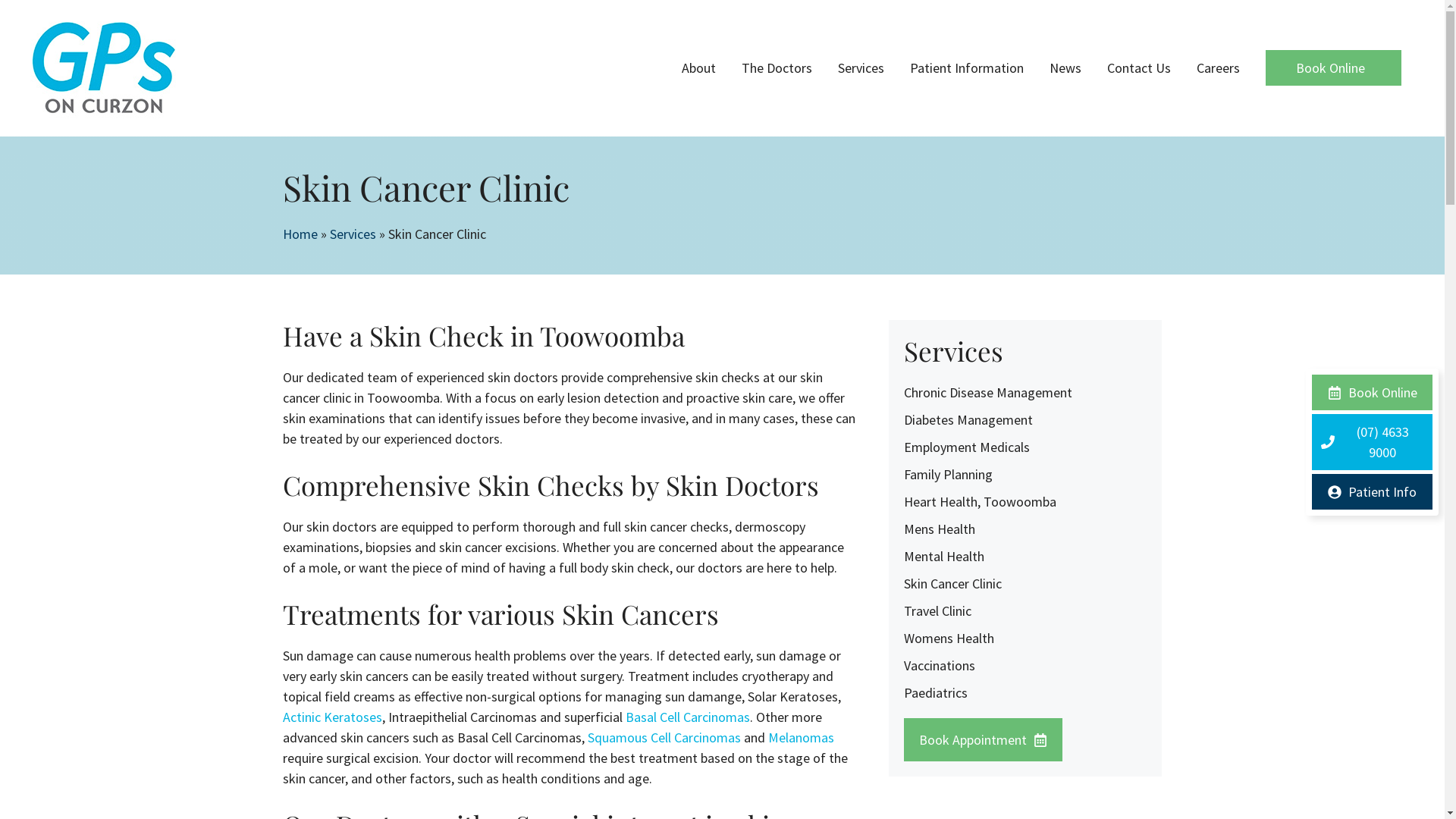 The height and width of the screenshot is (819, 1456). Describe the element at coordinates (952, 582) in the screenshot. I see `'Skin Cancer Clinic'` at that location.